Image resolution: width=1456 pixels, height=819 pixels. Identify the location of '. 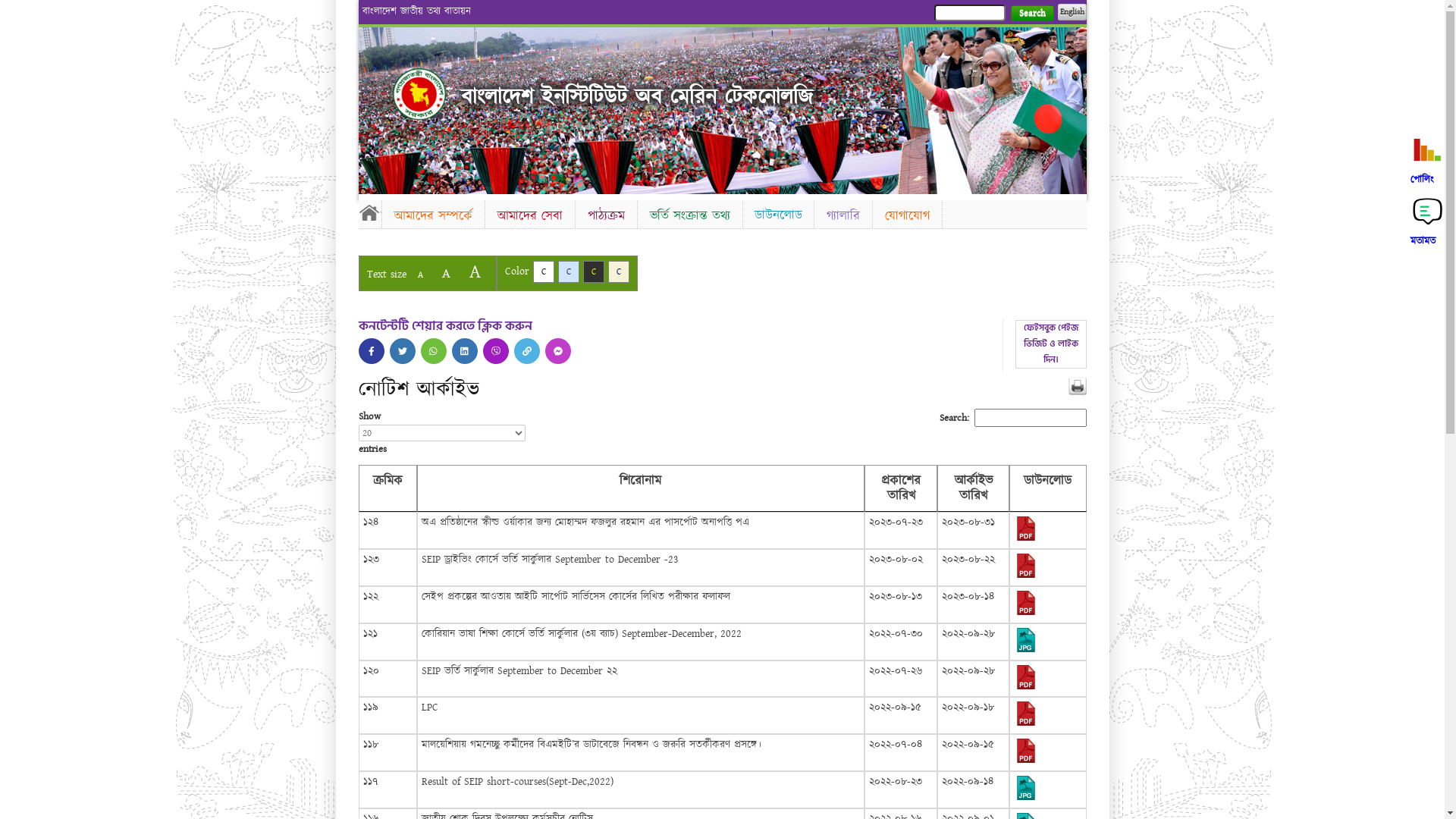
(419, 93).